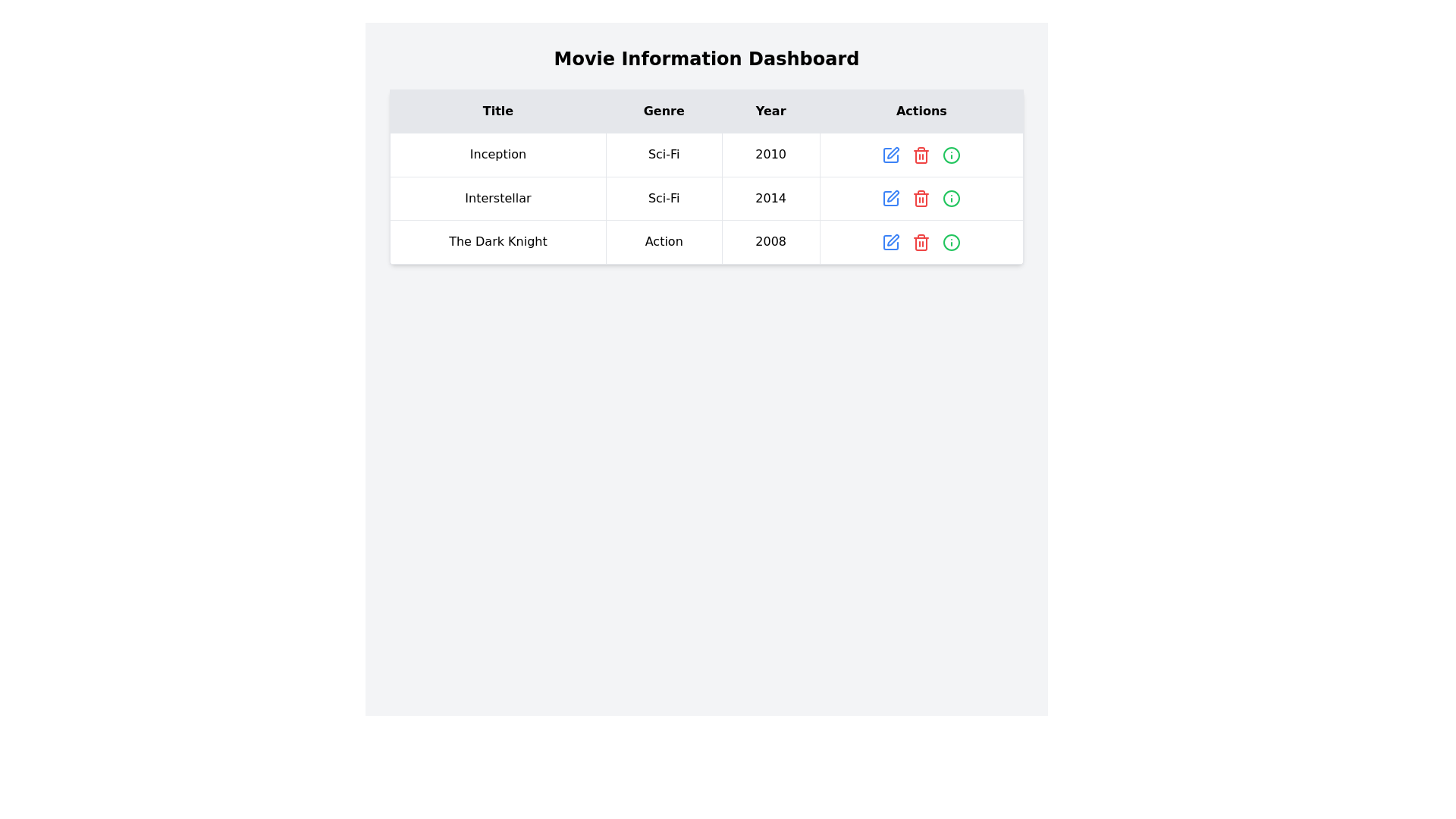  Describe the element at coordinates (951, 197) in the screenshot. I see `the circular icon button with a green border and 'info' symbol located in the 'Actions' column for the 'Interstellar' row` at that location.